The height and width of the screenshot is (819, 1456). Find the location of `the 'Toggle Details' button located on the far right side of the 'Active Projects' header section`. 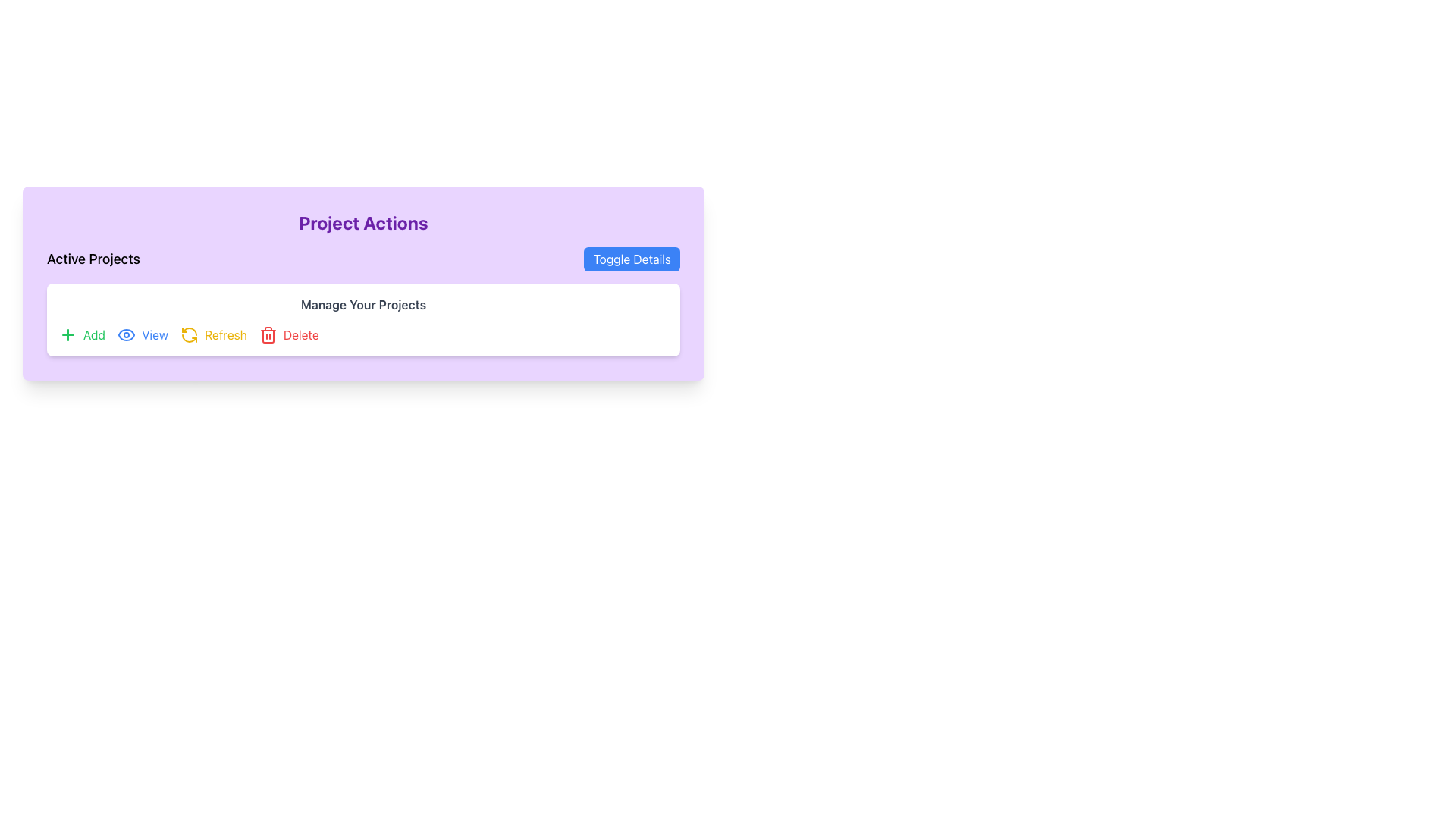

the 'Toggle Details' button located on the far right side of the 'Active Projects' header section is located at coordinates (632, 259).